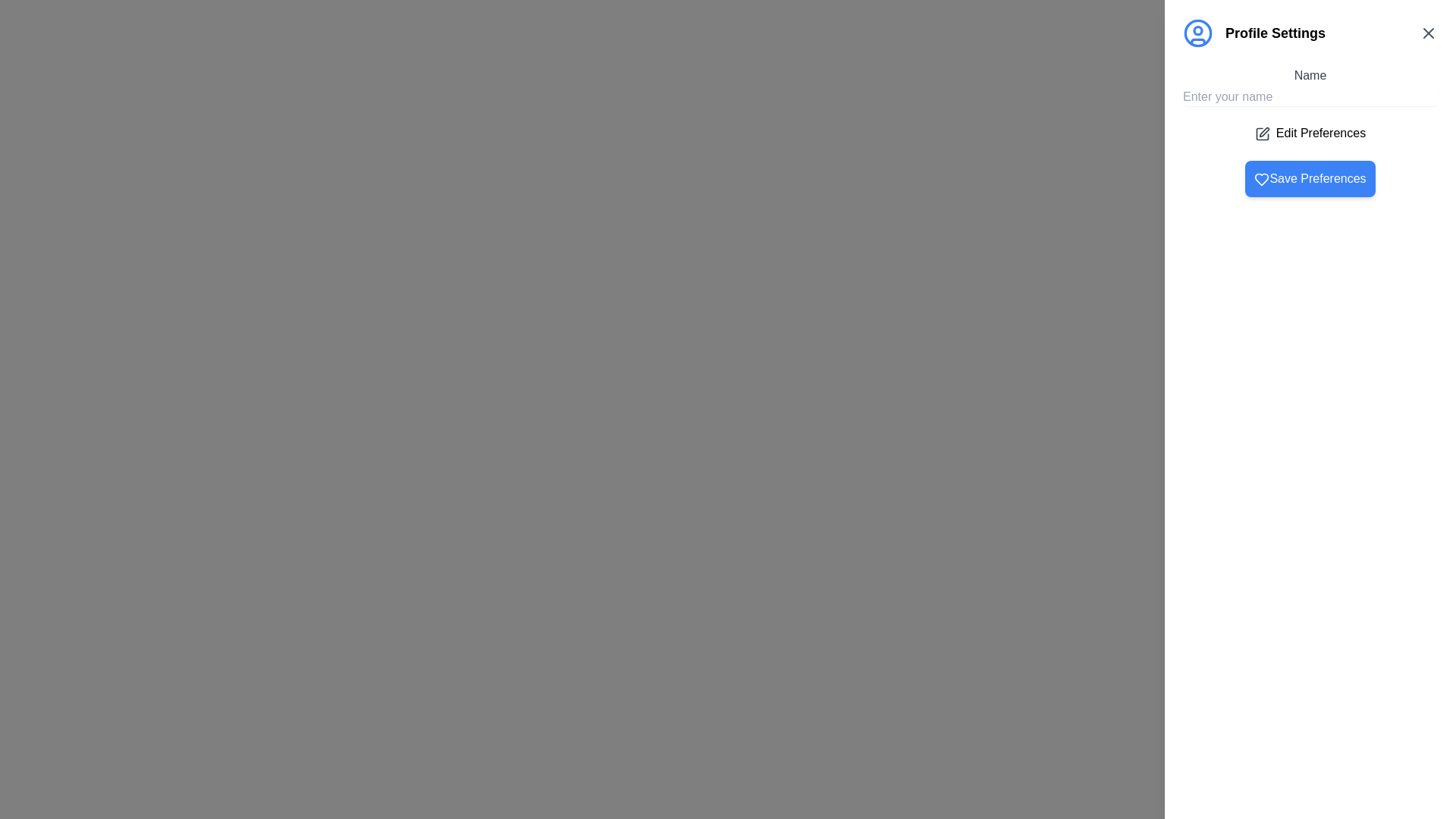  I want to click on the static label with the text 'Edit Preferences' that features a pencil icon to the left, located below the 'Name' input field and above the 'Save Preferences' button, so click(1310, 133).